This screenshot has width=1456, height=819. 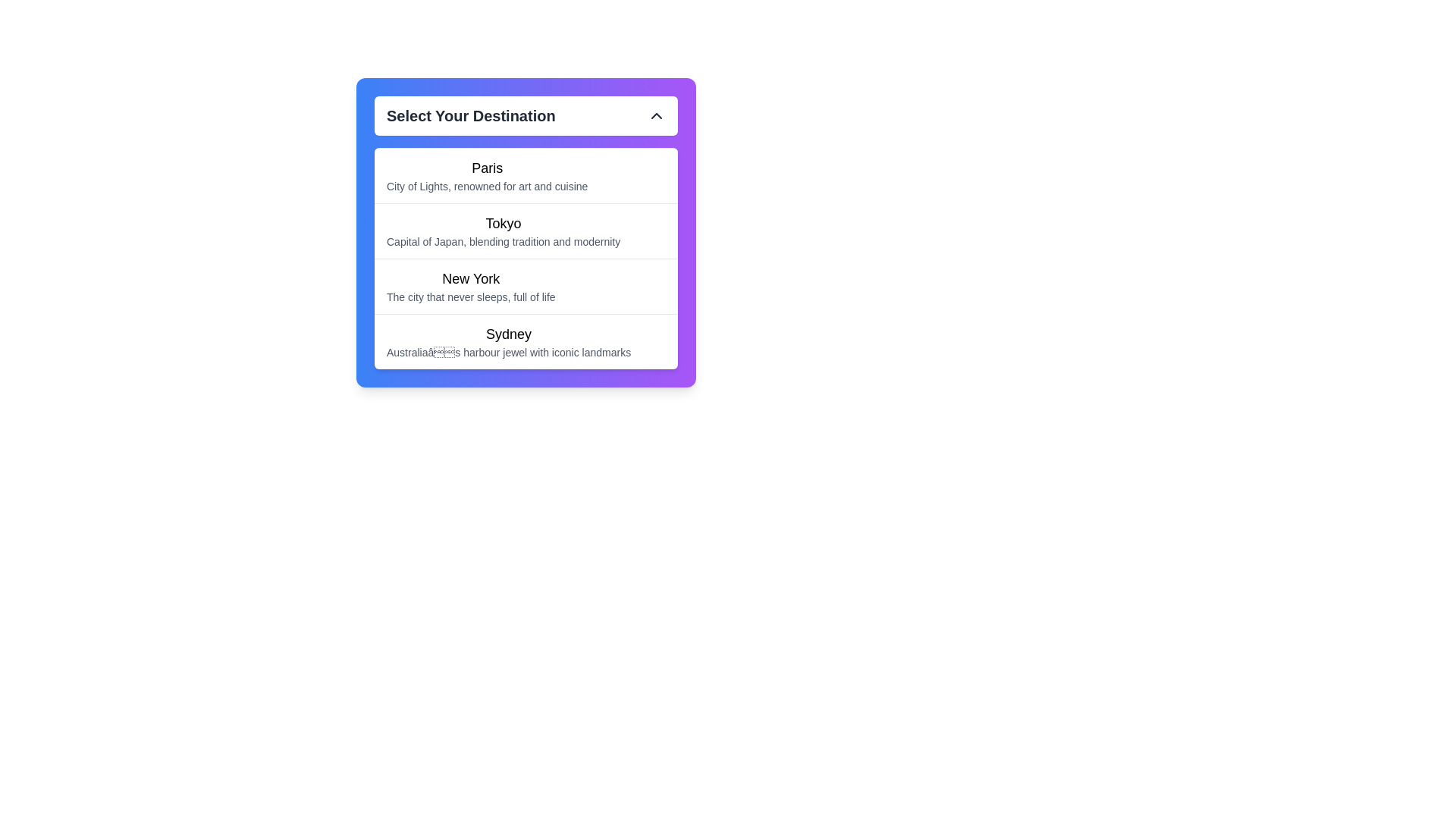 What do you see at coordinates (470, 297) in the screenshot?
I see `the text label displaying 'The city that never sleeps, full of life', which is part of the list entry for 'New York' and located directly below the larger title text` at bounding box center [470, 297].